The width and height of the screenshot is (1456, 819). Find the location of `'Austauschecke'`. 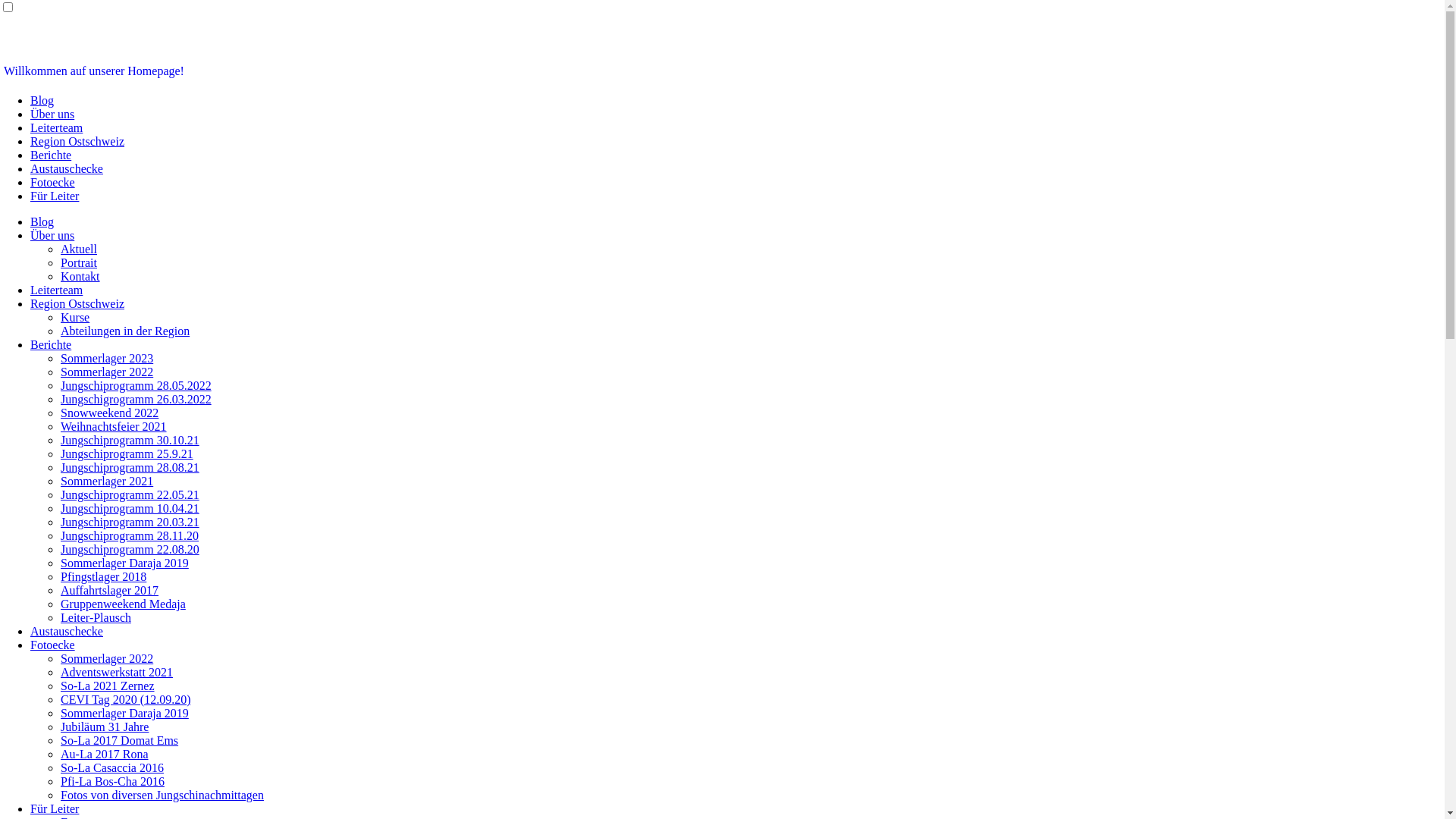

'Austauschecke' is located at coordinates (65, 631).